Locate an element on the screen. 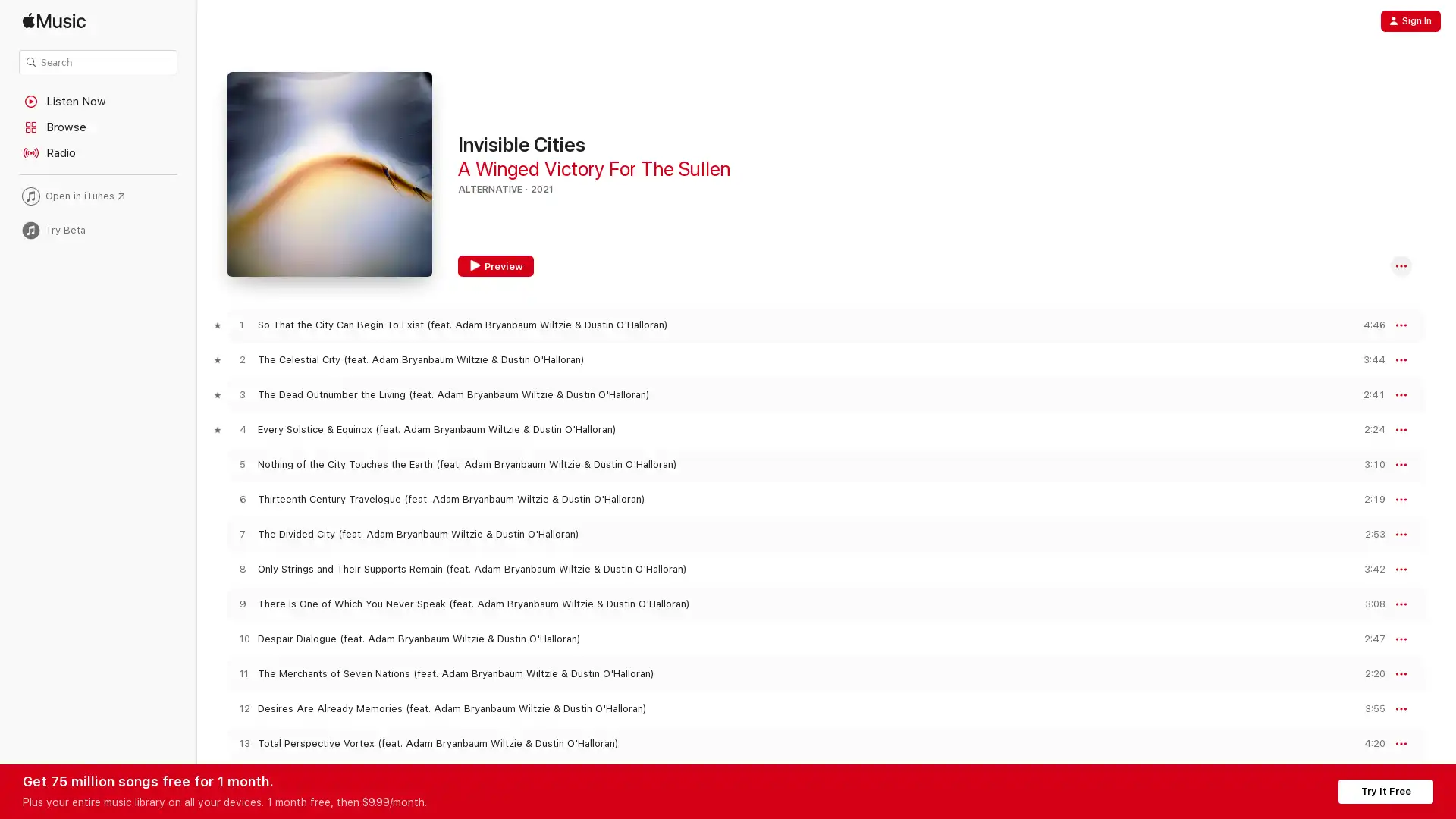 The height and width of the screenshot is (819, 1456). More is located at coordinates (1401, 570).